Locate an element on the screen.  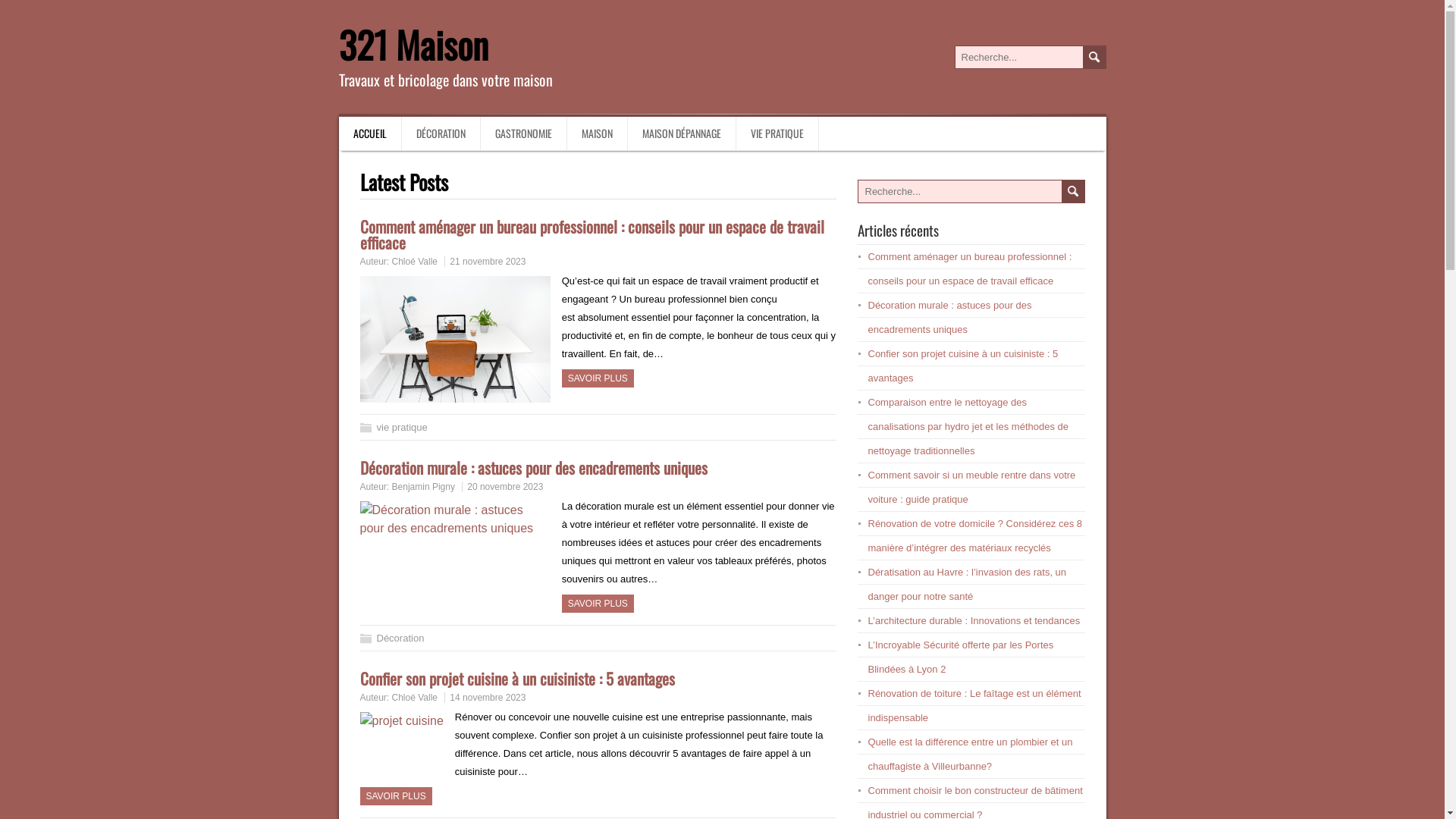
'ACCUEIL' is located at coordinates (369, 133).